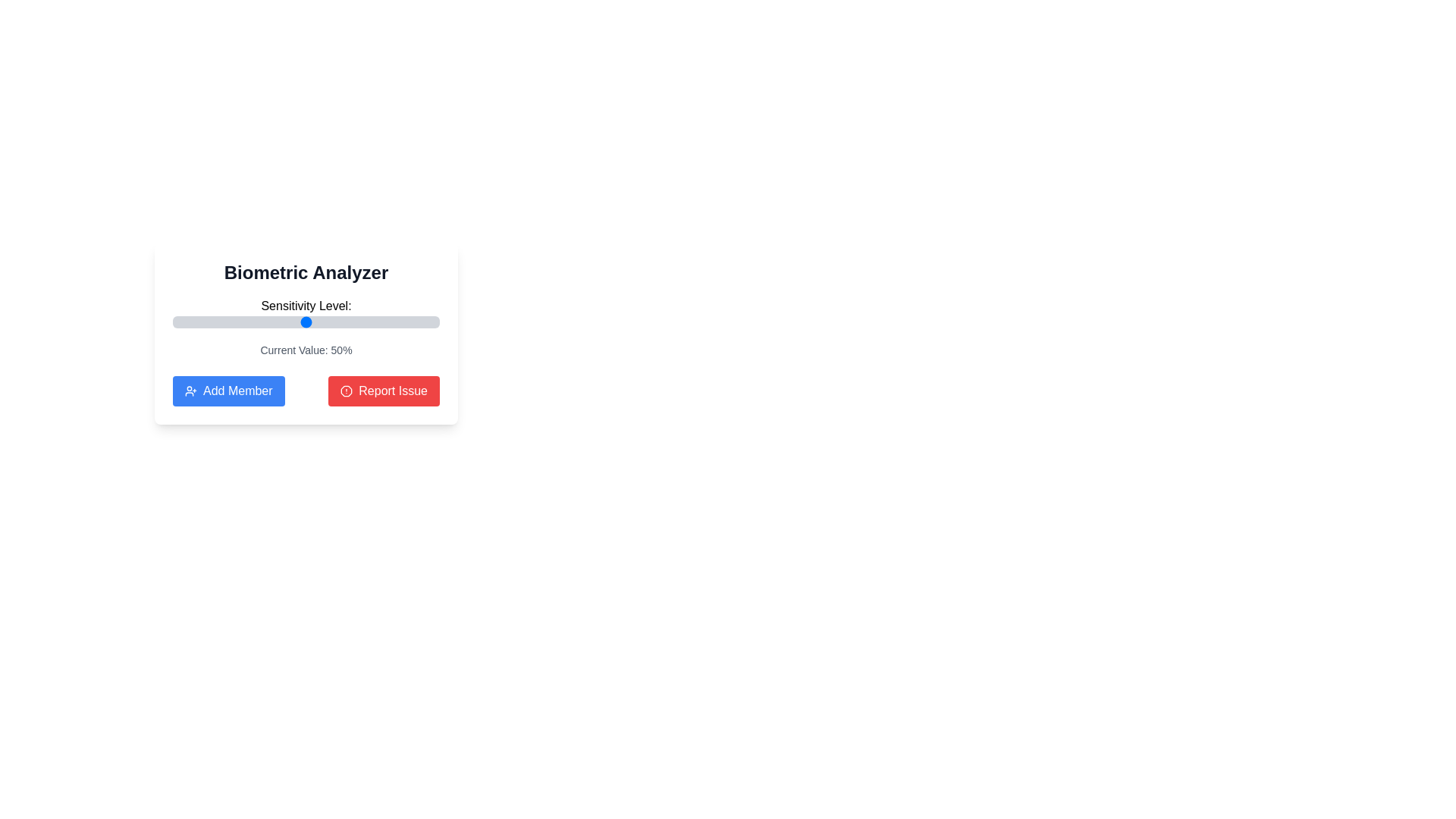 Image resolution: width=1456 pixels, height=819 pixels. What do you see at coordinates (428, 321) in the screenshot?
I see `the sensitivity level` at bounding box center [428, 321].